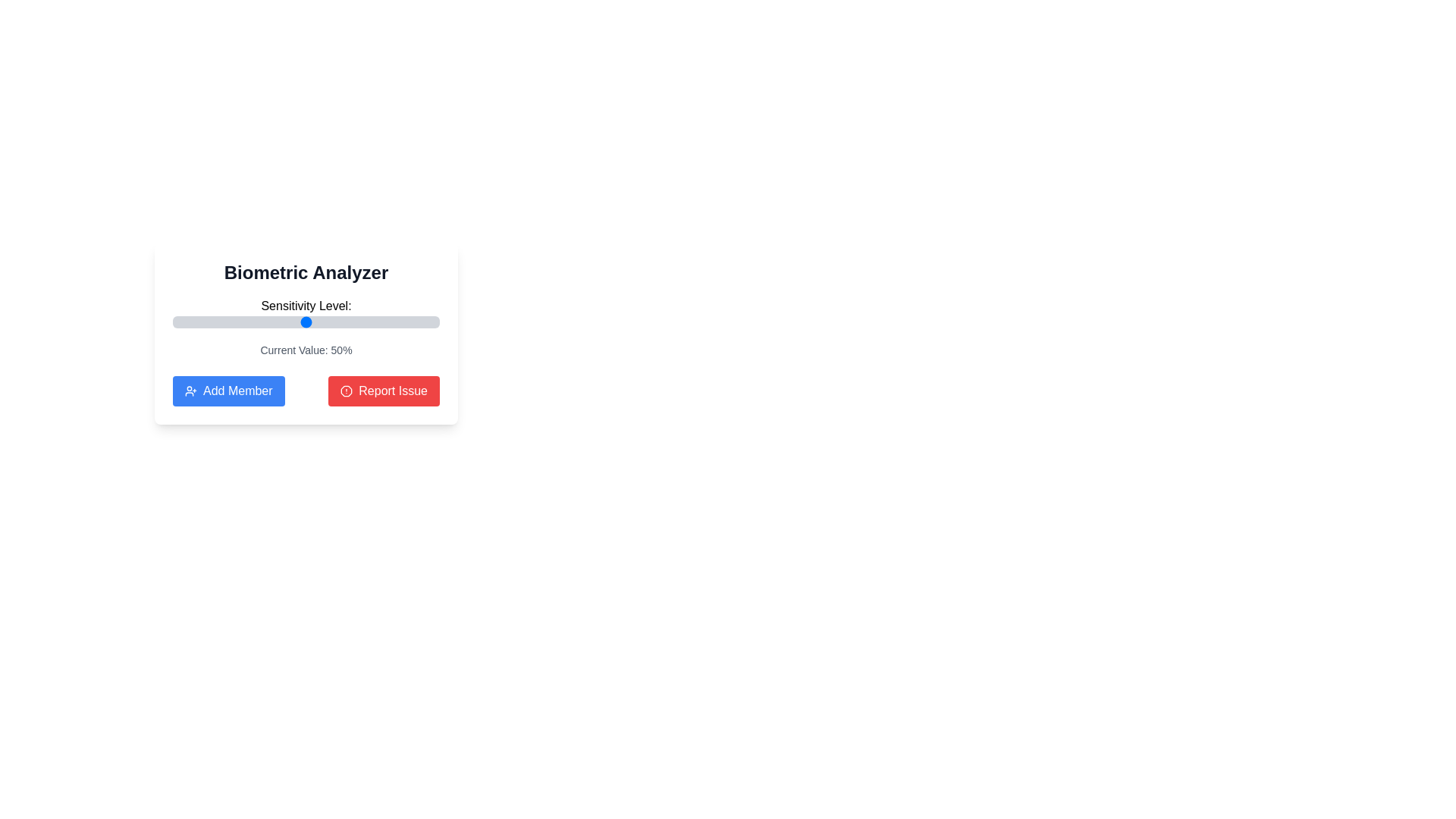 Image resolution: width=1456 pixels, height=819 pixels. What do you see at coordinates (428, 321) in the screenshot?
I see `the sensitivity level` at bounding box center [428, 321].